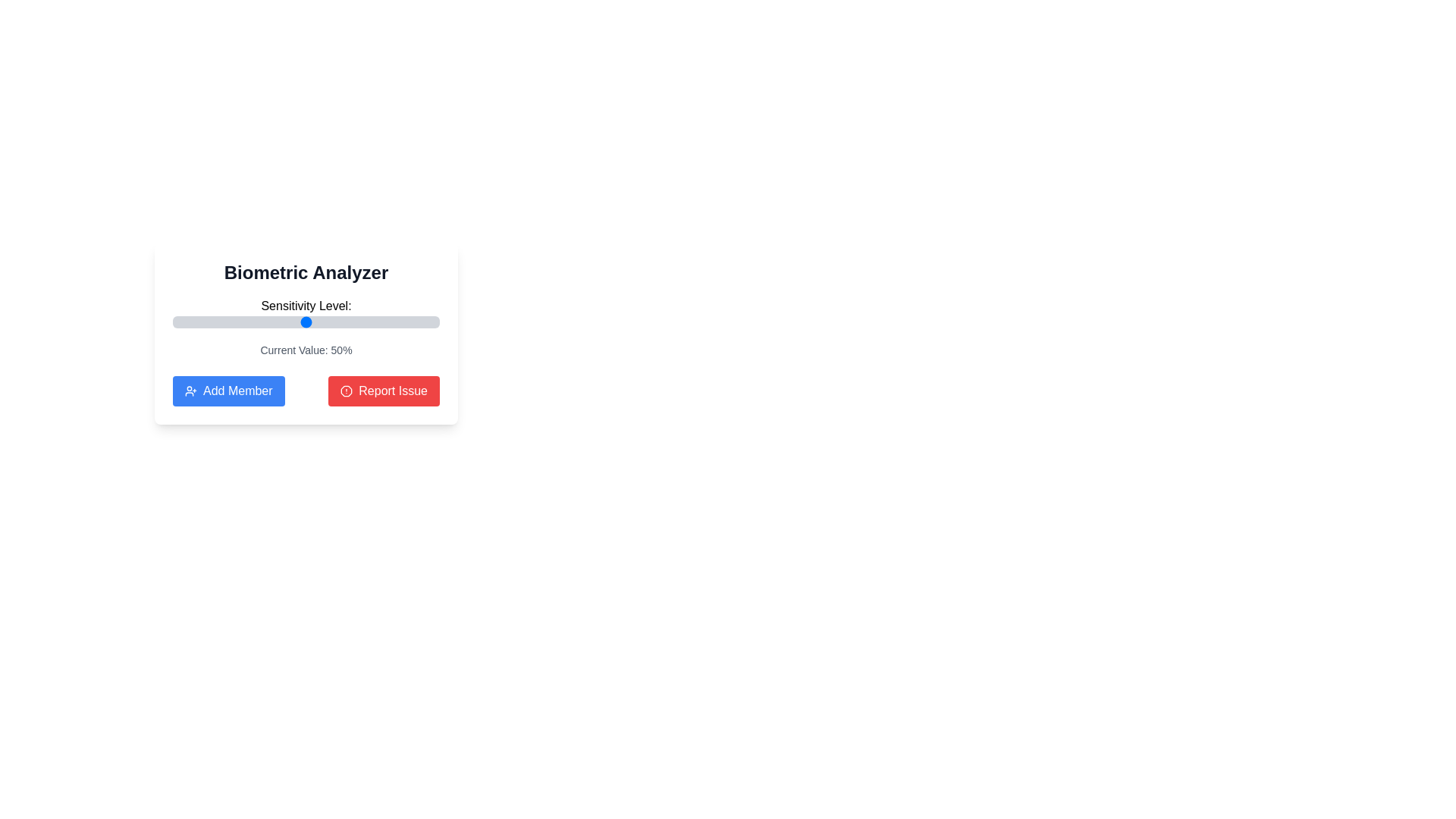 Image resolution: width=1456 pixels, height=819 pixels. What do you see at coordinates (428, 321) in the screenshot?
I see `the sensitivity level` at bounding box center [428, 321].